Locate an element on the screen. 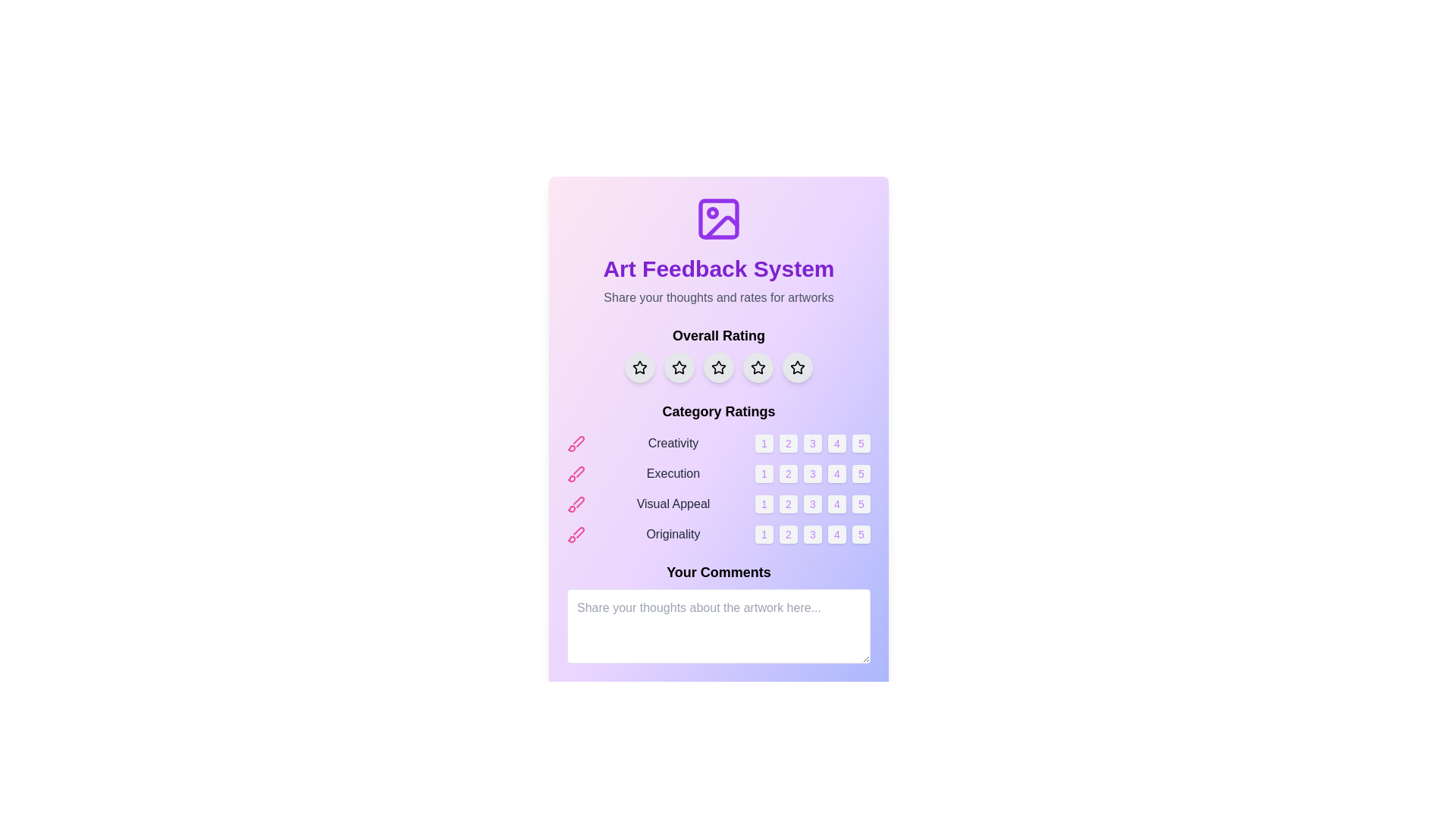 The image size is (1456, 819). the fourth button in the five-point rating scale located below the 'Overall Rating' heading is located at coordinates (758, 368).